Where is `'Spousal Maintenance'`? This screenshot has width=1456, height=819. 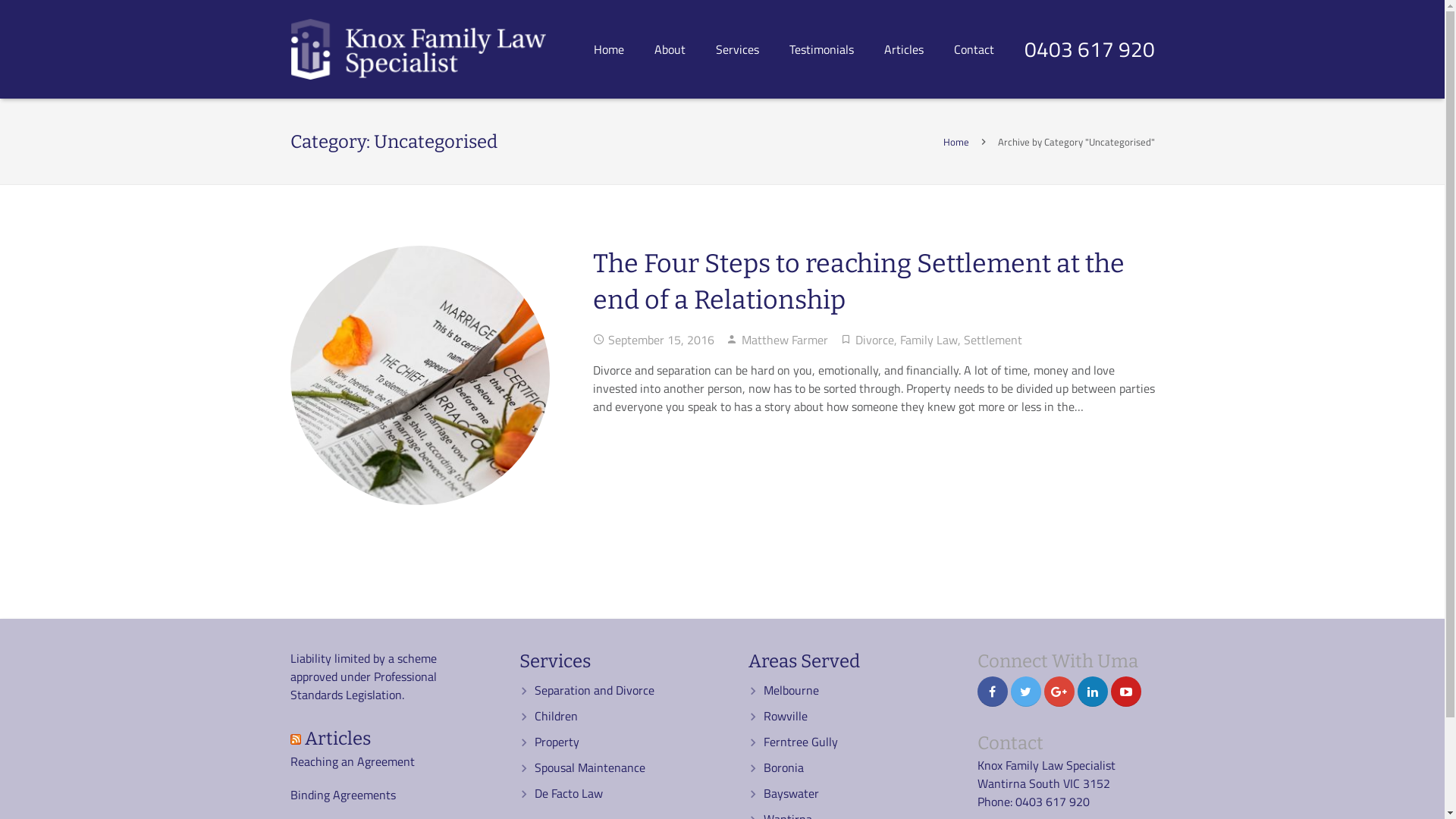 'Spousal Maintenance' is located at coordinates (588, 767).